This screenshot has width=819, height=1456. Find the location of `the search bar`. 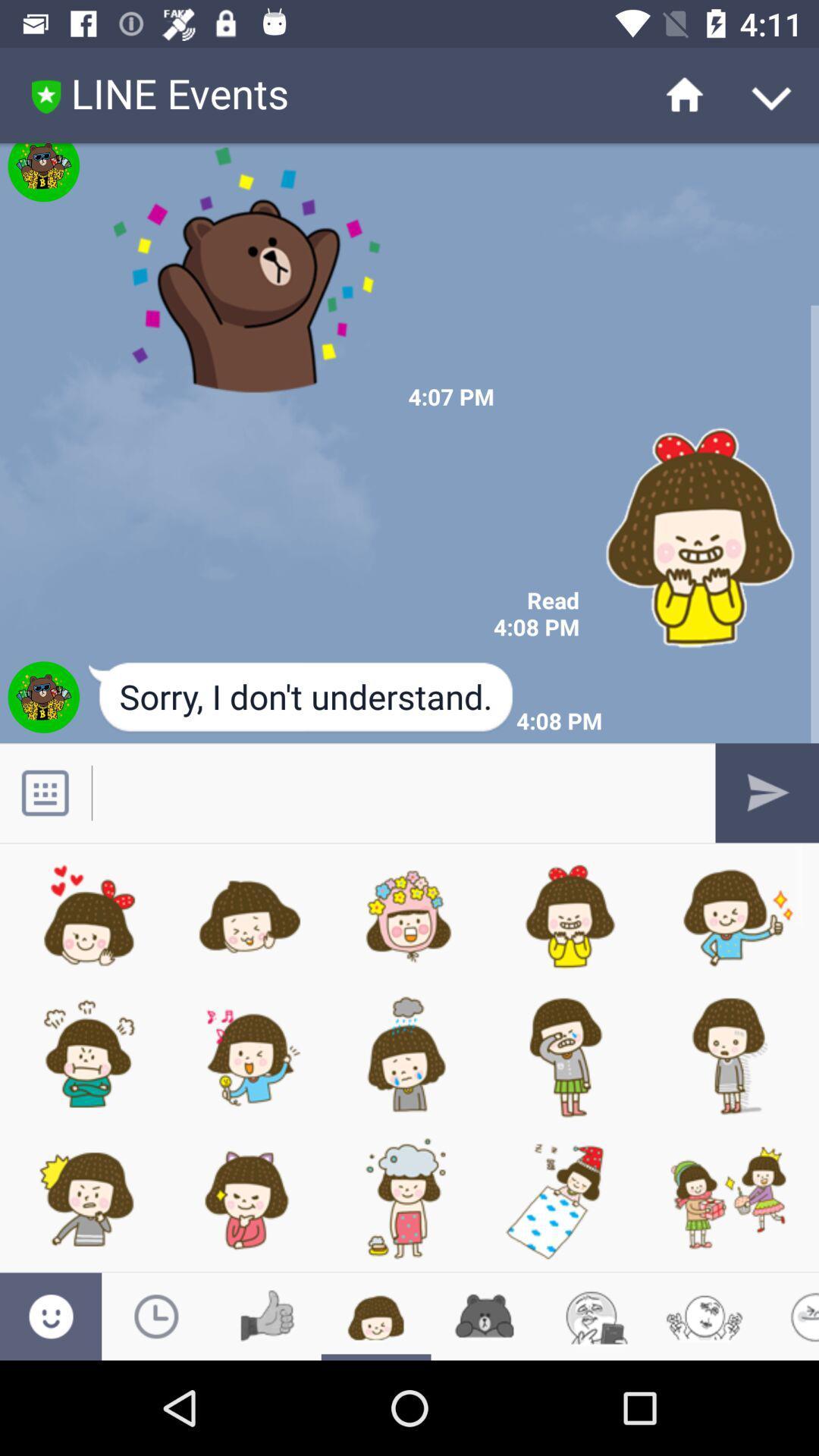

the search bar is located at coordinates (393, 792).